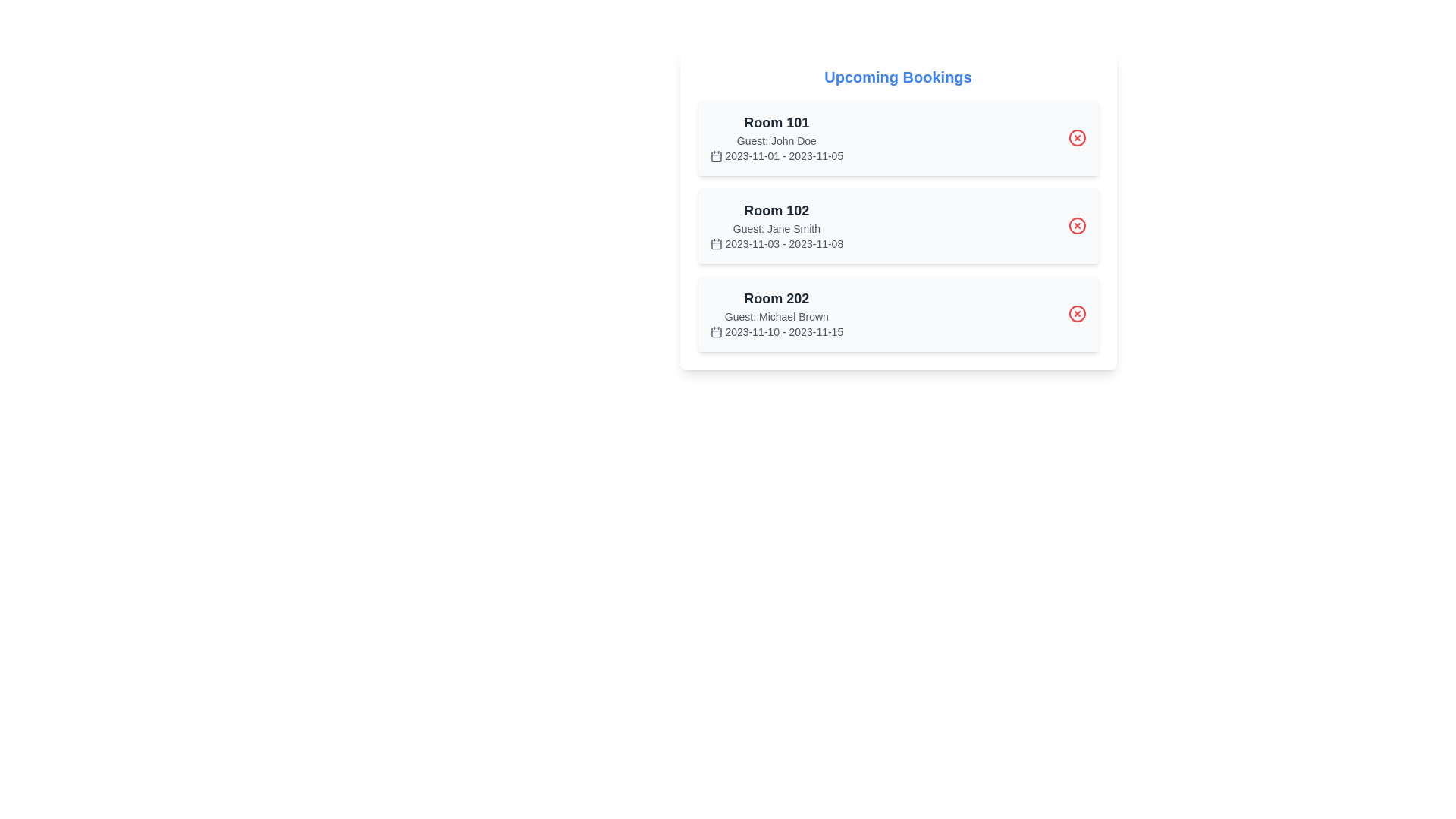 This screenshot has width=1456, height=819. What do you see at coordinates (776, 312) in the screenshot?
I see `the text block element titled 'Room 202' which contains the guest information and date range, to associate contextual actions` at bounding box center [776, 312].